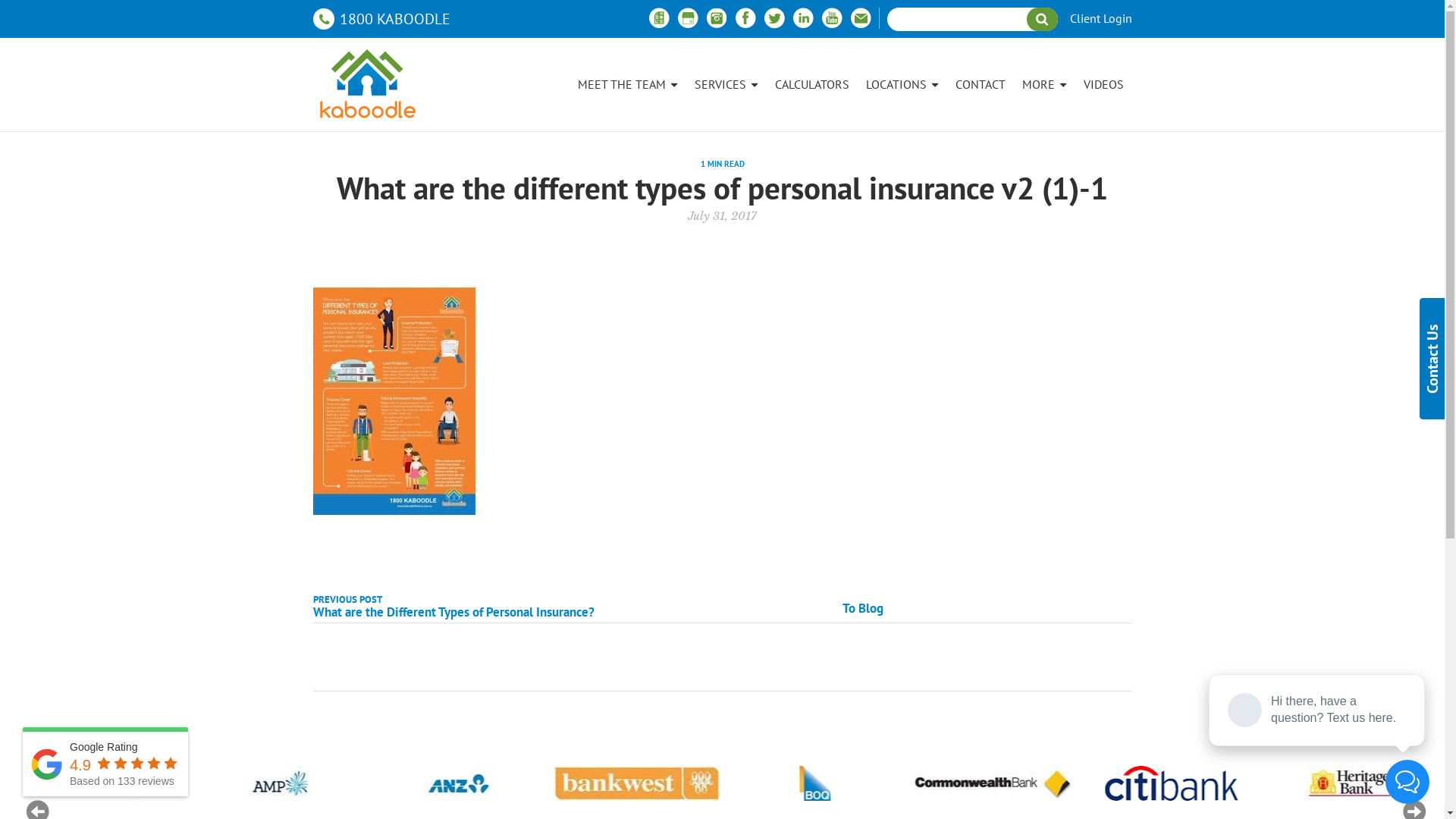 The width and height of the screenshot is (1456, 819). What do you see at coordinates (724, 84) in the screenshot?
I see `'SERVICES'` at bounding box center [724, 84].